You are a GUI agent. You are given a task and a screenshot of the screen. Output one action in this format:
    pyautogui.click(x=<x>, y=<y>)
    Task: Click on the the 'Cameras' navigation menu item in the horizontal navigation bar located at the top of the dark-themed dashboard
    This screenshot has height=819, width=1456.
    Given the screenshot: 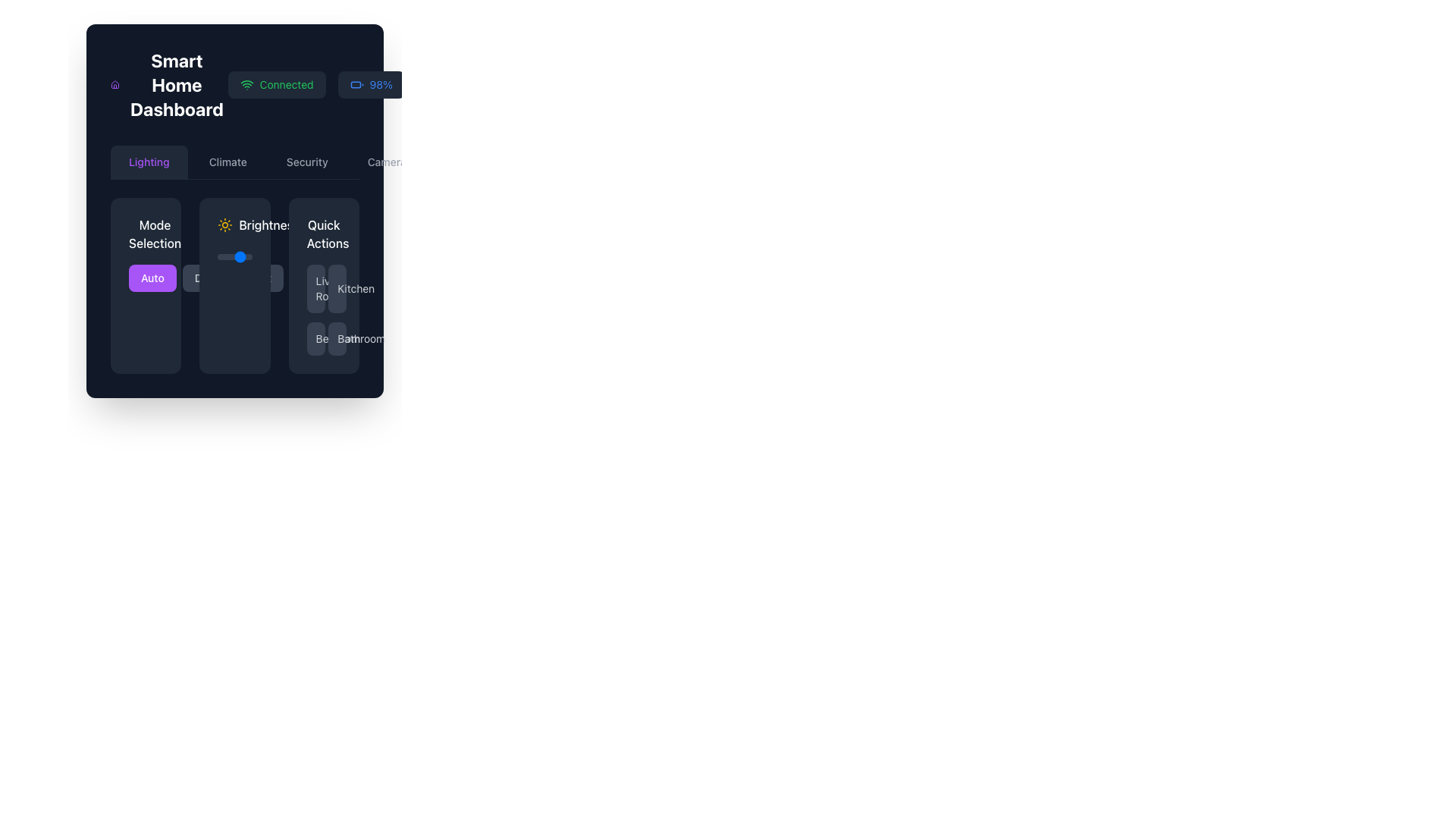 What is the action you would take?
    pyautogui.click(x=389, y=162)
    